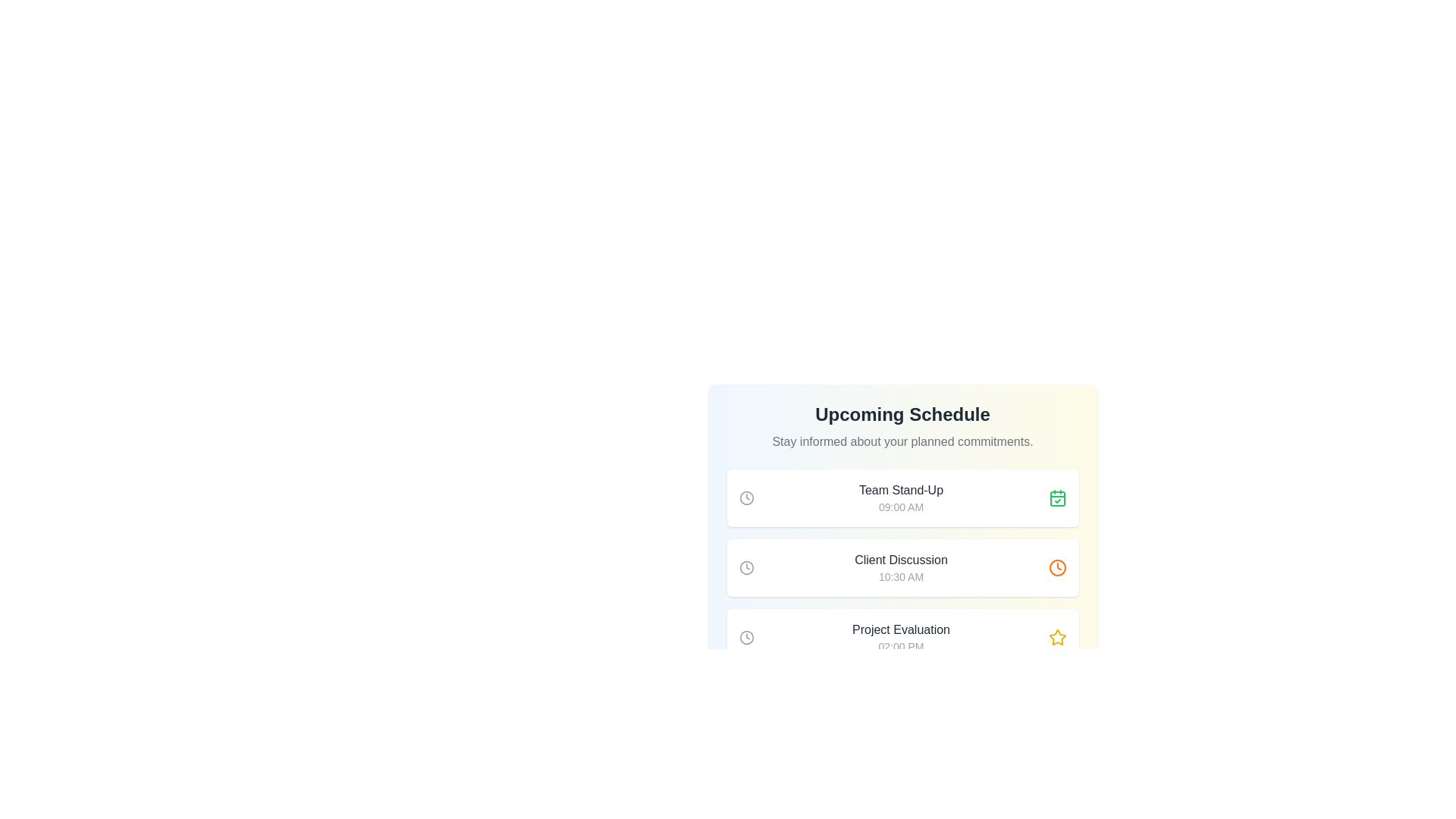 Image resolution: width=1456 pixels, height=819 pixels. I want to click on the clock icon that visually indicates the time associated with the 'Client Discussion' schedule entry, positioned to the left of the text 'Client Discussion' and '10:30 AM', so click(746, 567).